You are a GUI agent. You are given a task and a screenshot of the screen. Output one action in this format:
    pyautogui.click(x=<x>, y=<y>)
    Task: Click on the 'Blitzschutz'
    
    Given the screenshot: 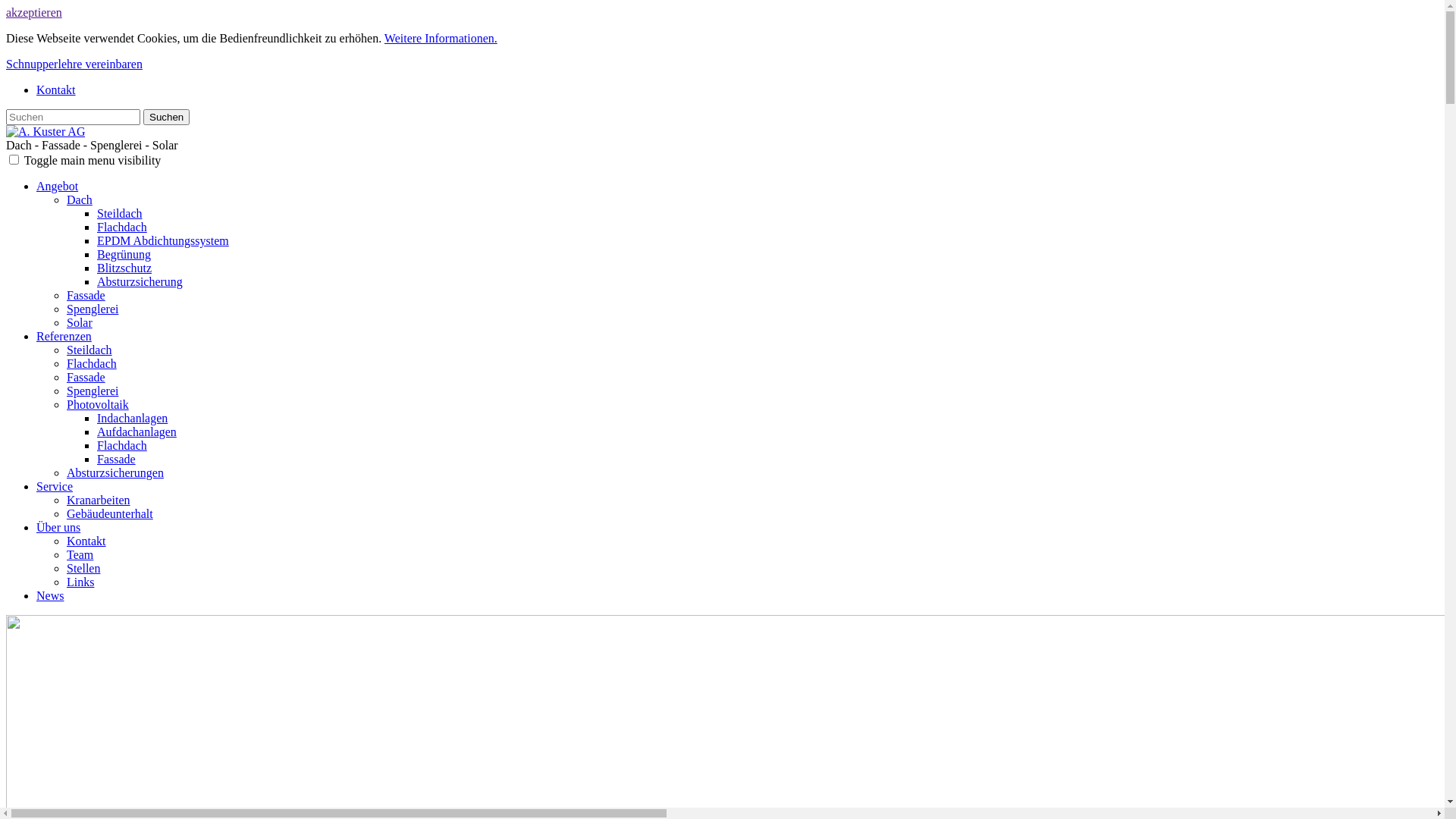 What is the action you would take?
    pyautogui.click(x=124, y=267)
    